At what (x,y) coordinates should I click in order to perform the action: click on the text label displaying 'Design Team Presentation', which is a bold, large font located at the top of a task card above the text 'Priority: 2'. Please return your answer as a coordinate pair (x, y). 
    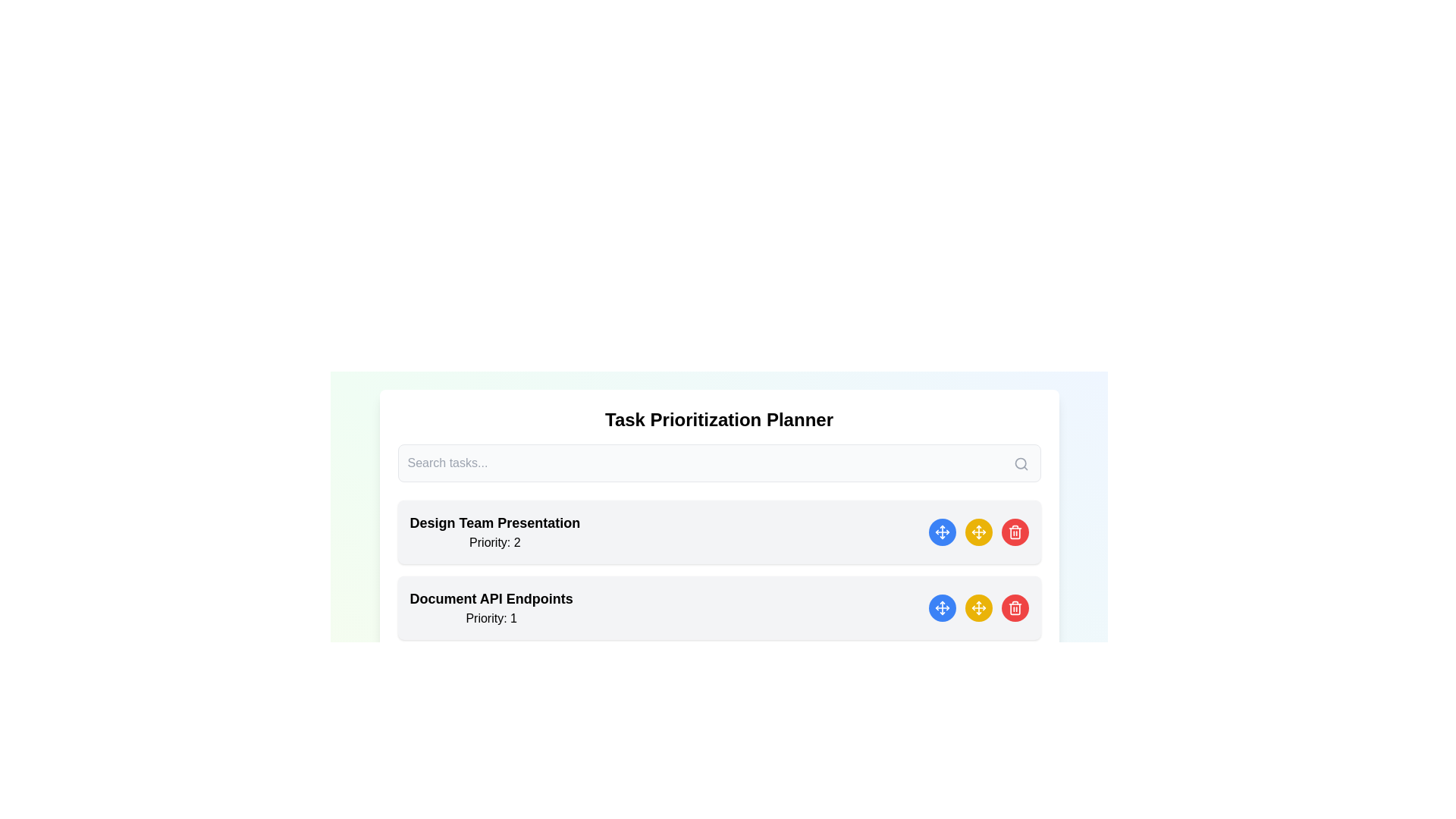
    Looking at the image, I should click on (494, 522).